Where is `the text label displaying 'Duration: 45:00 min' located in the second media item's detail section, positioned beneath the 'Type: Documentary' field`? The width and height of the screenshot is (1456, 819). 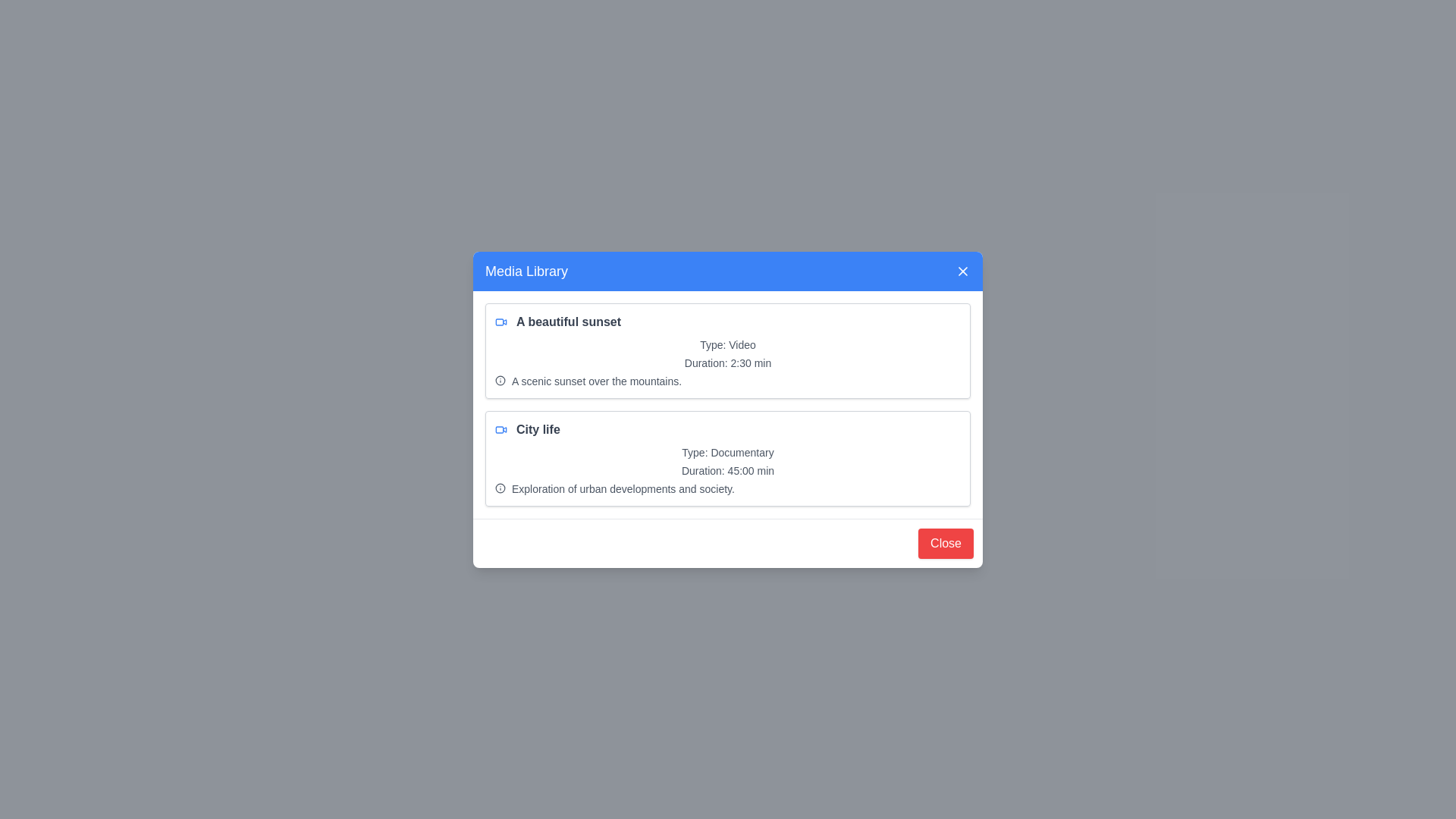
the text label displaying 'Duration: 45:00 min' located in the second media item's detail section, positioned beneath the 'Type: Documentary' field is located at coordinates (728, 469).